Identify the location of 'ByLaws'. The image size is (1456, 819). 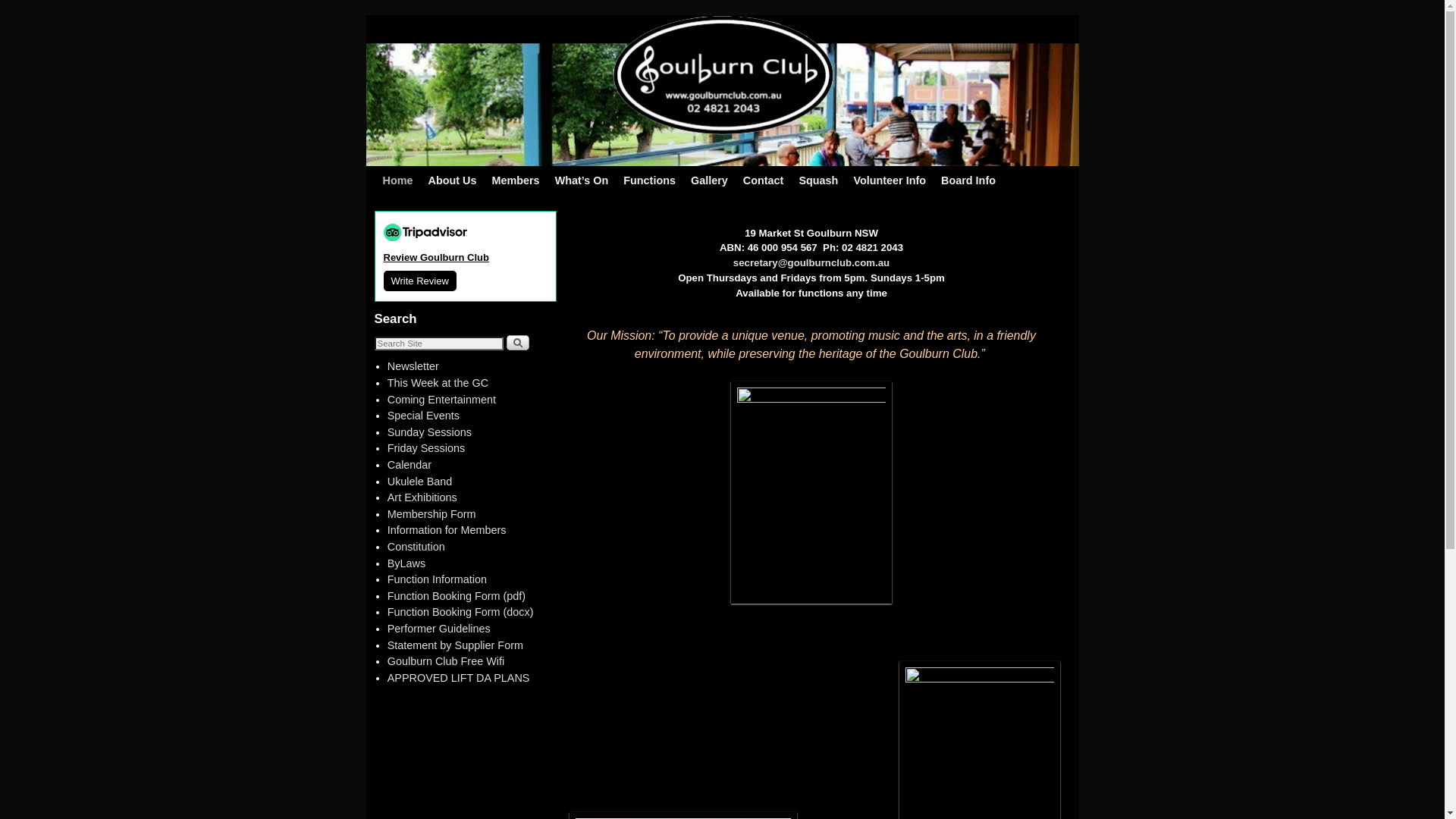
(406, 563).